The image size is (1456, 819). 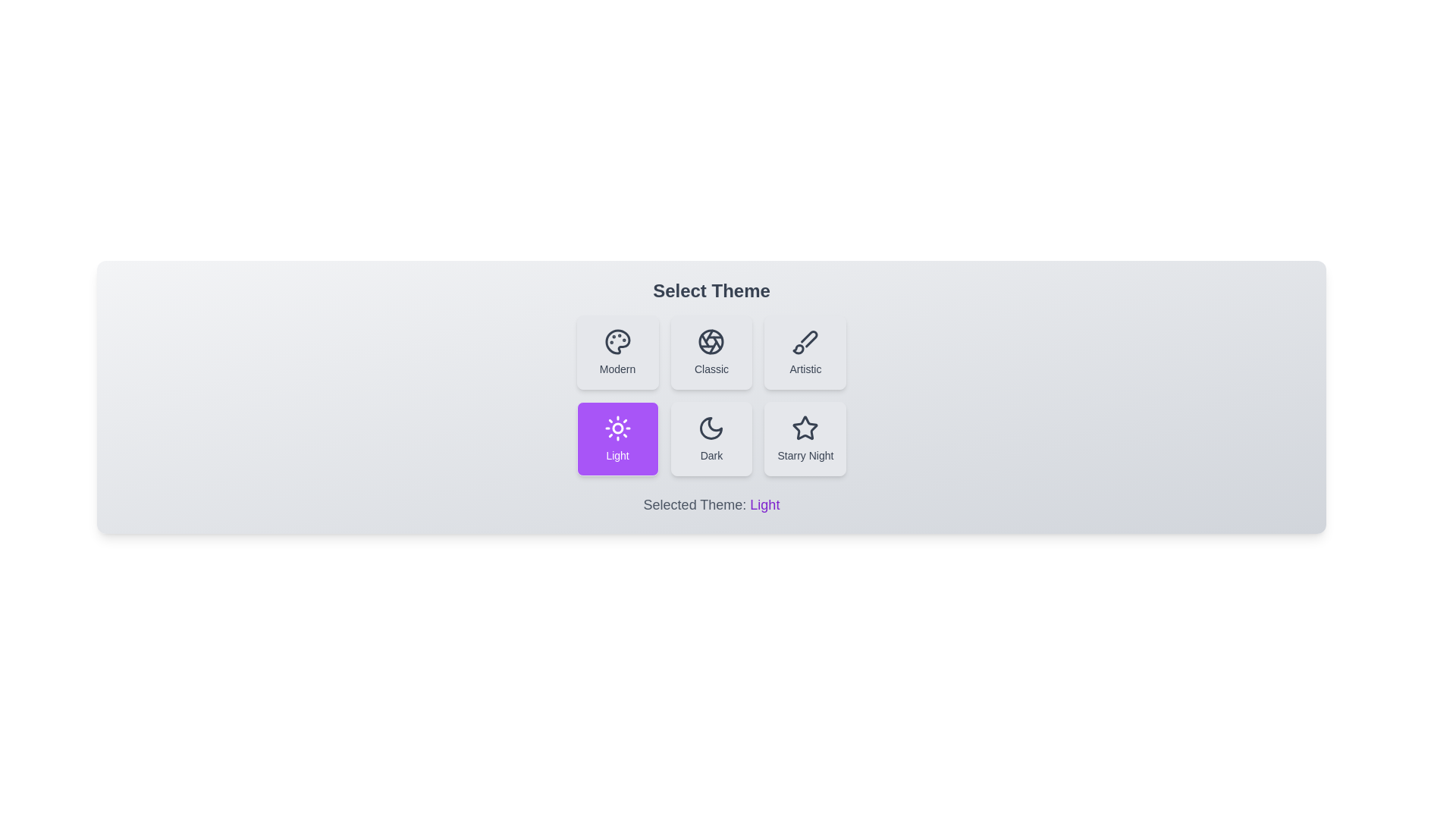 What do you see at coordinates (805, 438) in the screenshot?
I see `the theme button labeled 'Starry Night' to preview its effect` at bounding box center [805, 438].